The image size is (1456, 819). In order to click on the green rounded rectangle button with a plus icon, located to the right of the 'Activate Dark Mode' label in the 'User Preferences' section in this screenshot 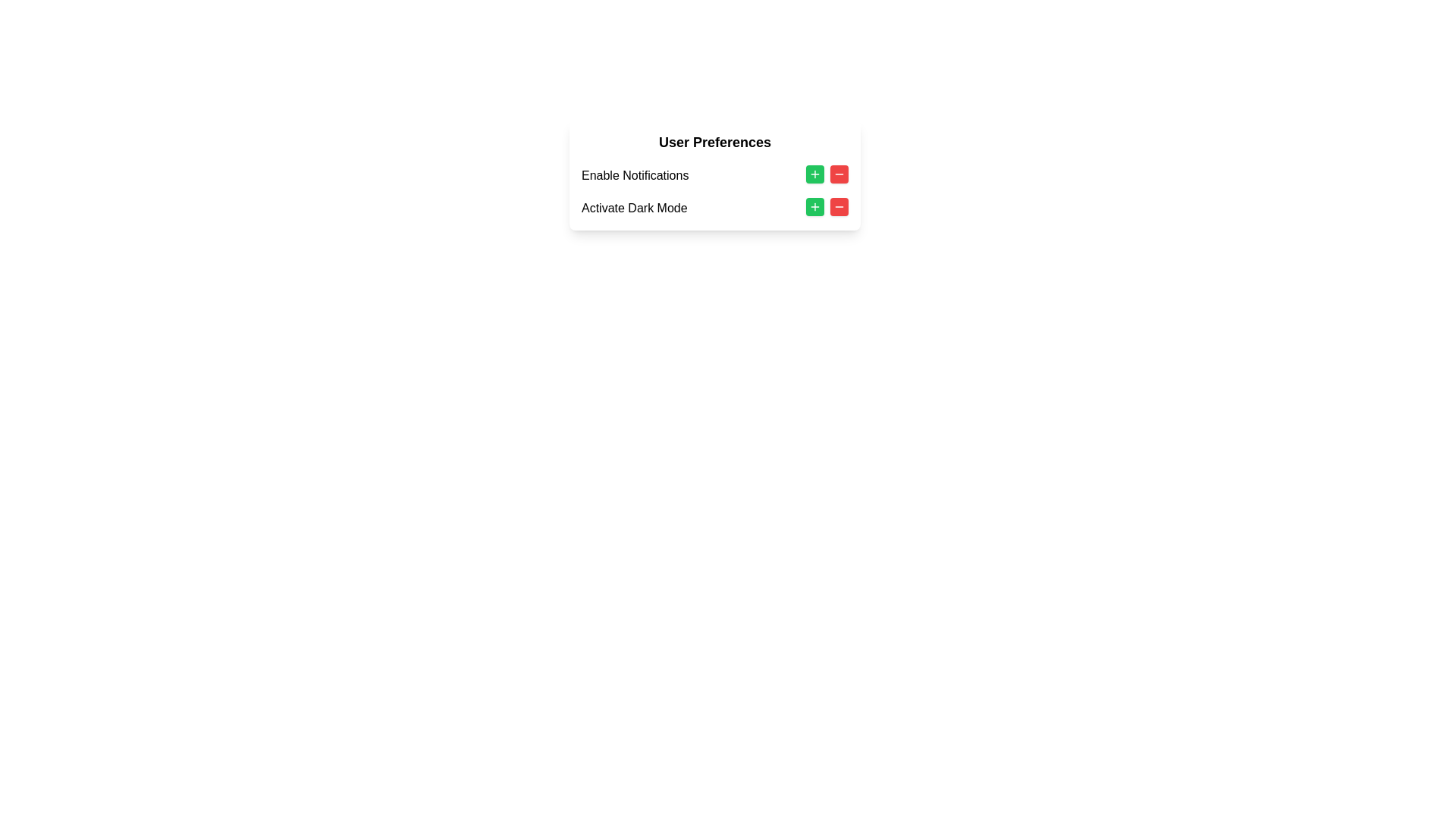, I will do `click(814, 174)`.